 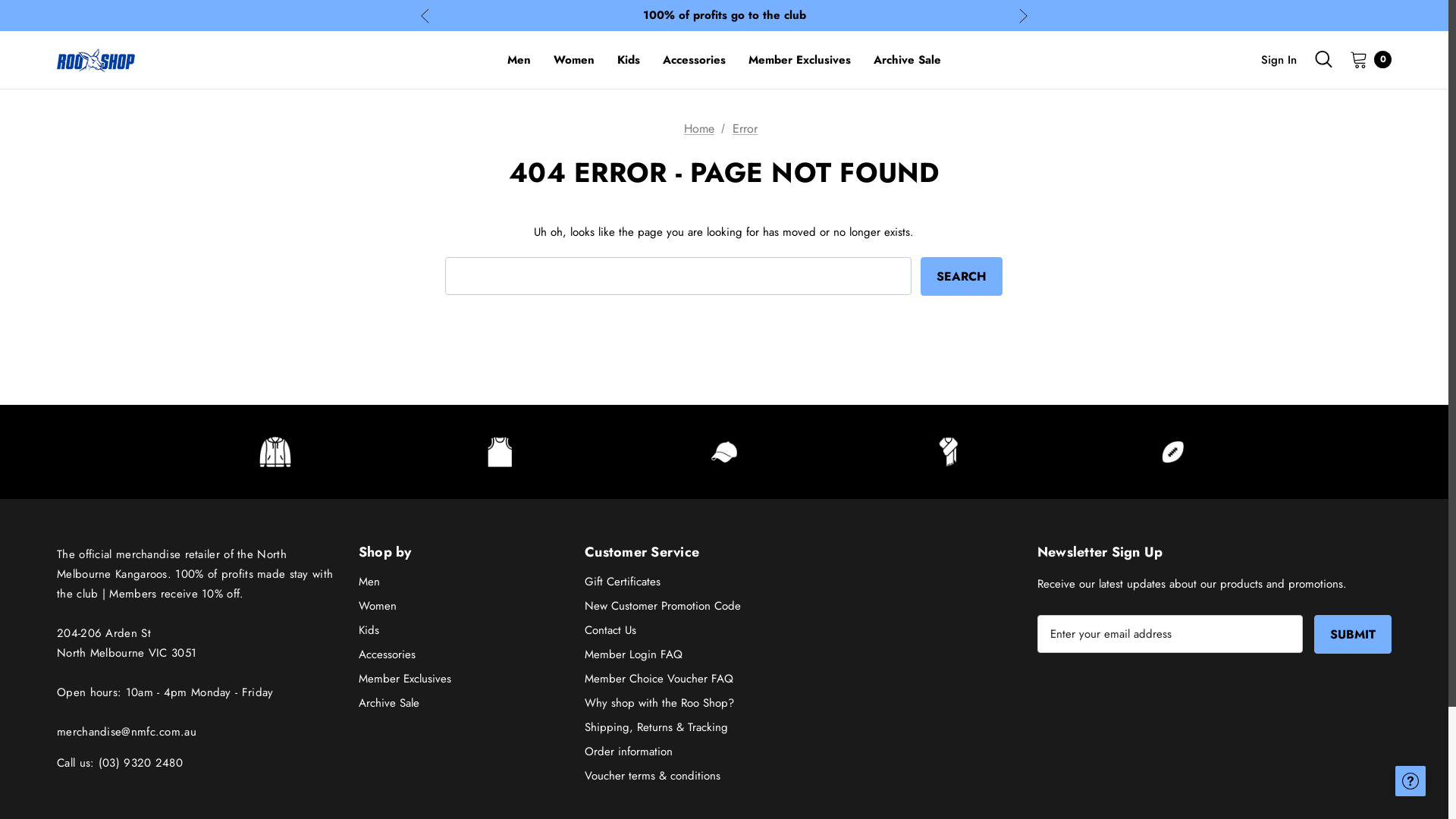 What do you see at coordinates (1366, 58) in the screenshot?
I see `'0'` at bounding box center [1366, 58].